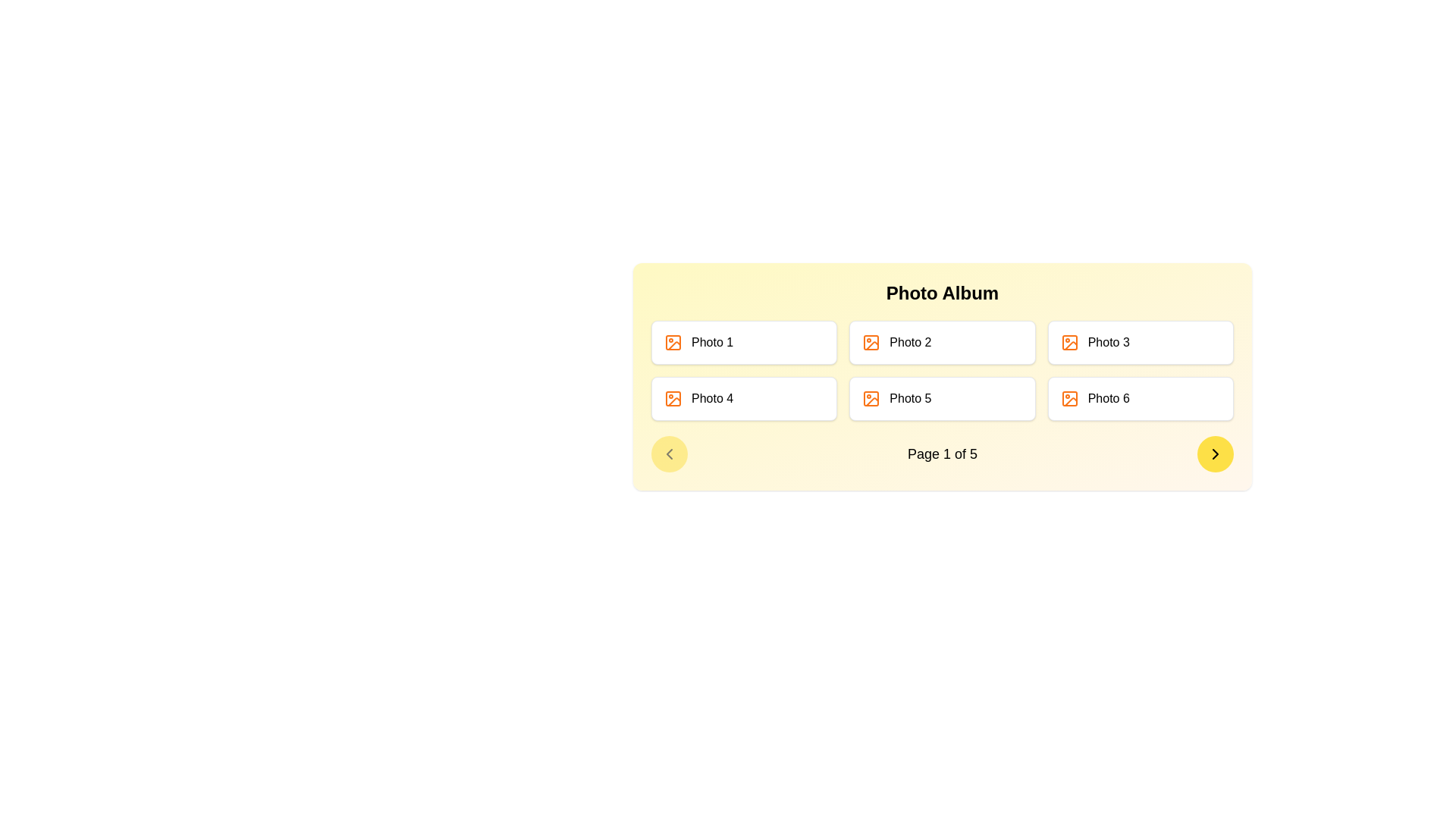 This screenshot has height=819, width=1456. I want to click on the text label identifying 'Photo 5', so click(910, 397).